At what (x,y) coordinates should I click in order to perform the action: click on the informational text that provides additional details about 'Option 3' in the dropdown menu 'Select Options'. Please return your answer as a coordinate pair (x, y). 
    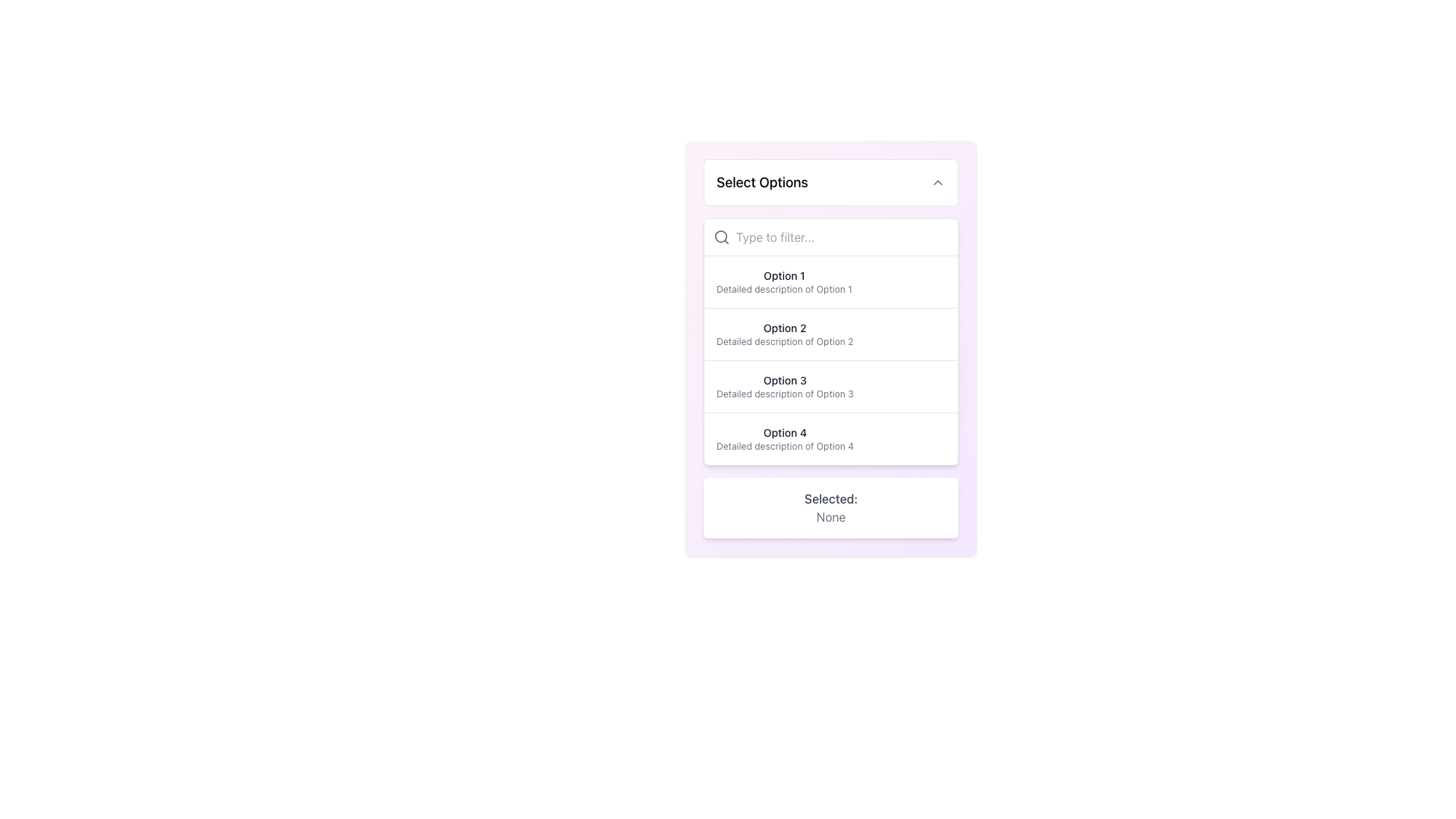
    Looking at the image, I should click on (785, 394).